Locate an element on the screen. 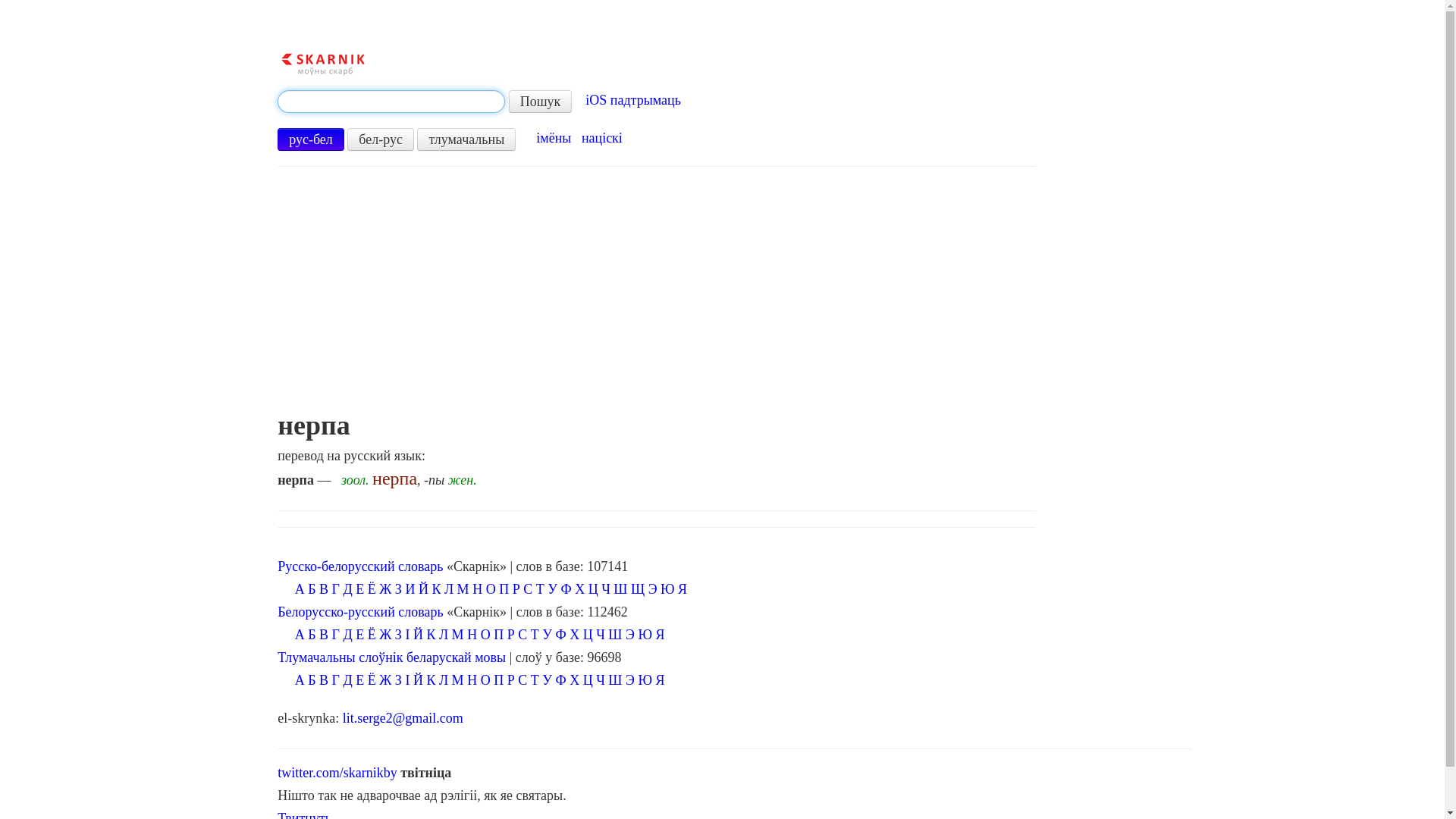 This screenshot has width=1456, height=819. 'twitter.com/skarnikby' is located at coordinates (336, 772).